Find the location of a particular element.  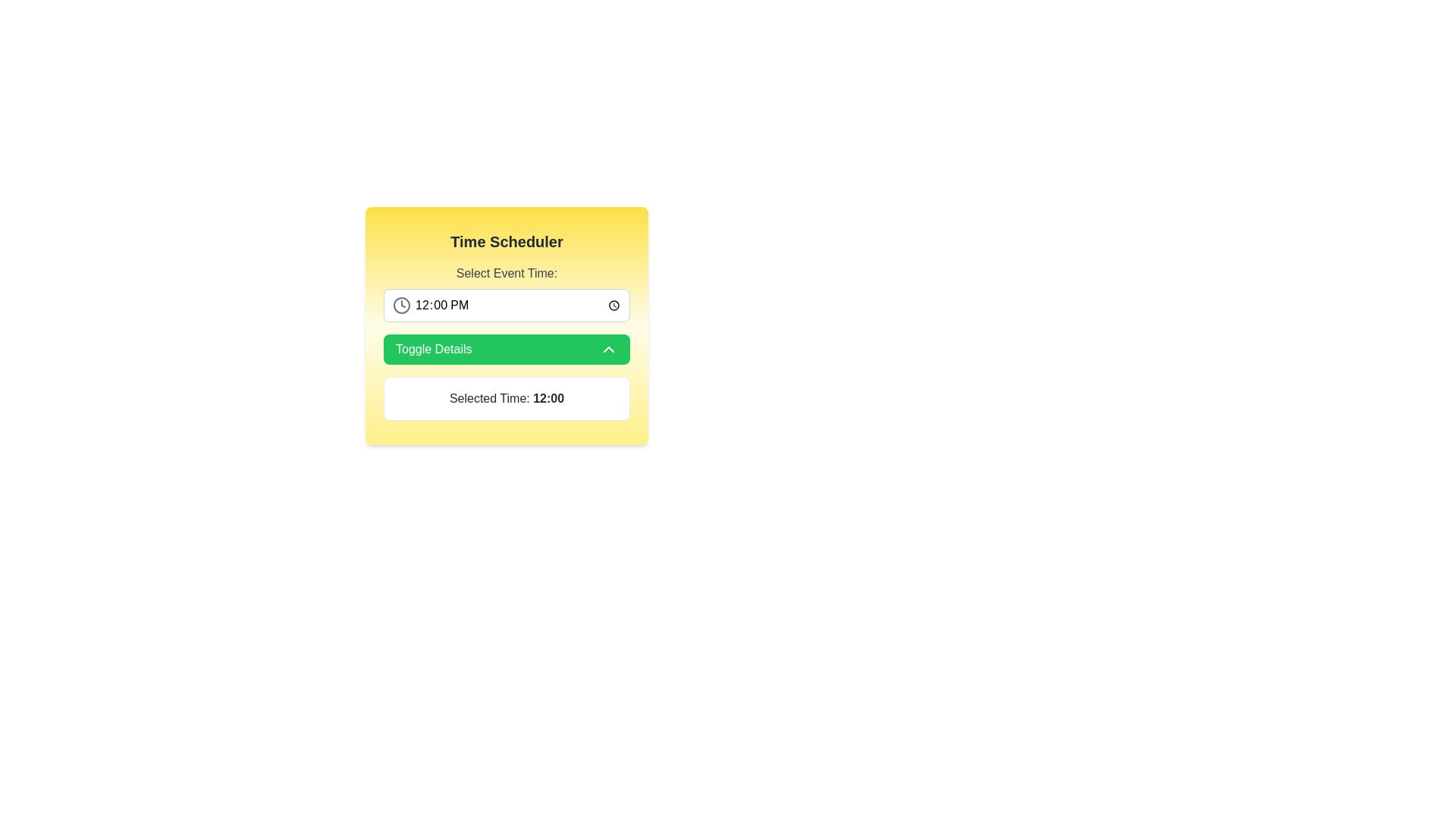

the text display box element that shows 'Selected Time: 12:00', which is located near the bottom of the layout, following the 'Toggle Details' button and is centrally aligned is located at coordinates (507, 397).